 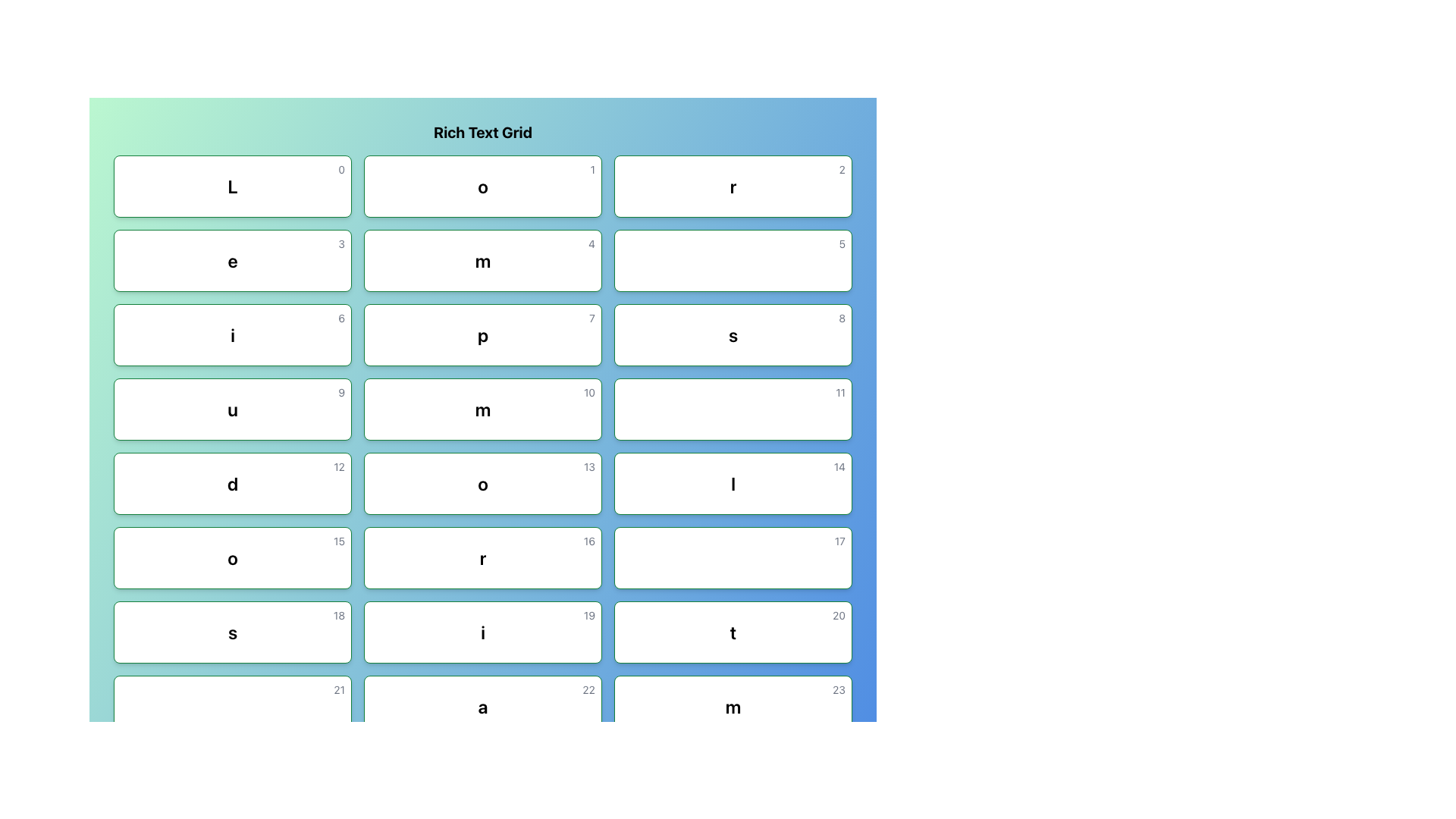 What do you see at coordinates (733, 632) in the screenshot?
I see `the labeled card located in the sixth row and last column of the grid layout, which is positioned to the right of the card displaying 'i' and above the card displaying 'm'` at bounding box center [733, 632].